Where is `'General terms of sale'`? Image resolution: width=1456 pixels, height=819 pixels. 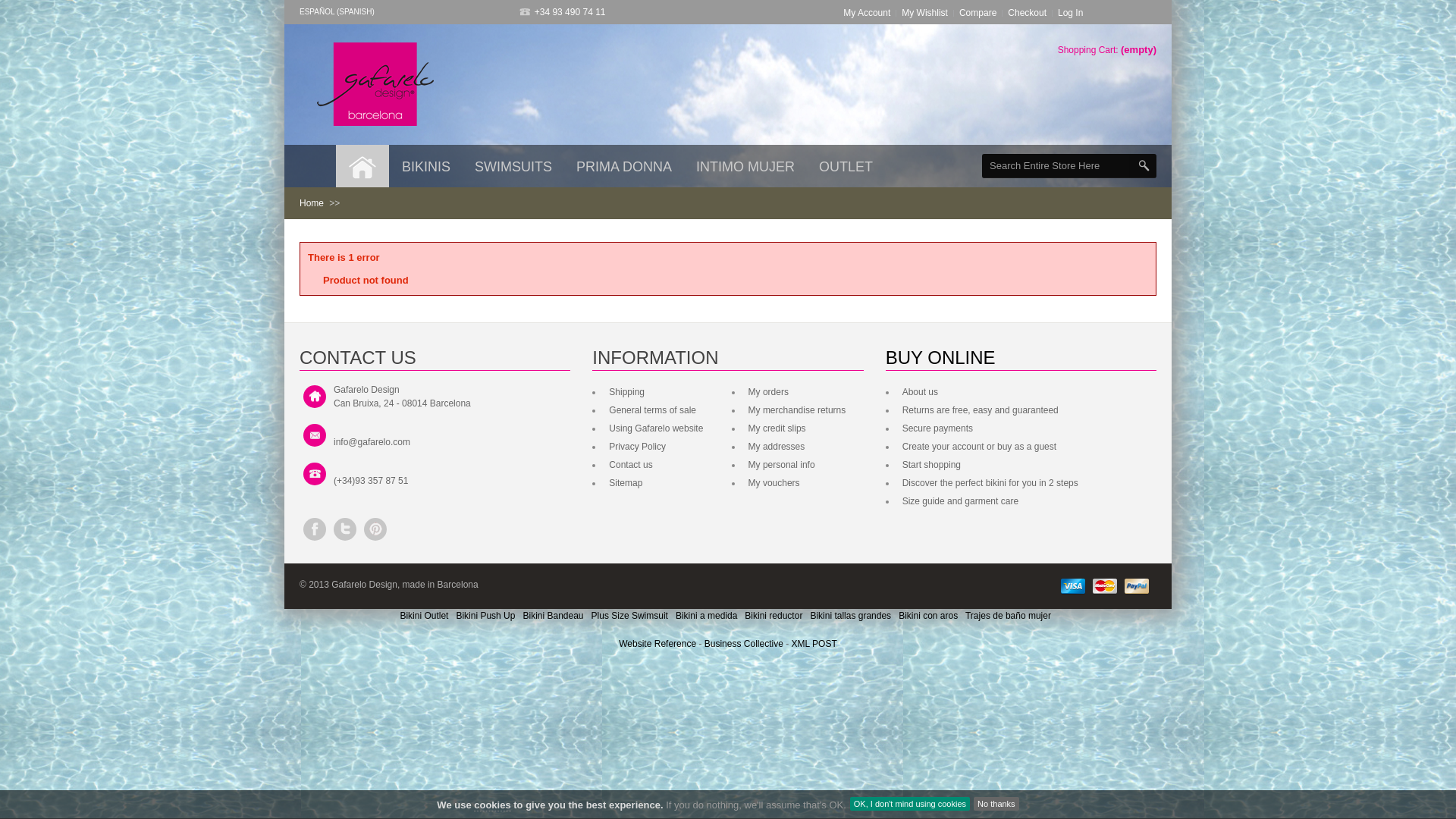 'General terms of sale' is located at coordinates (651, 409).